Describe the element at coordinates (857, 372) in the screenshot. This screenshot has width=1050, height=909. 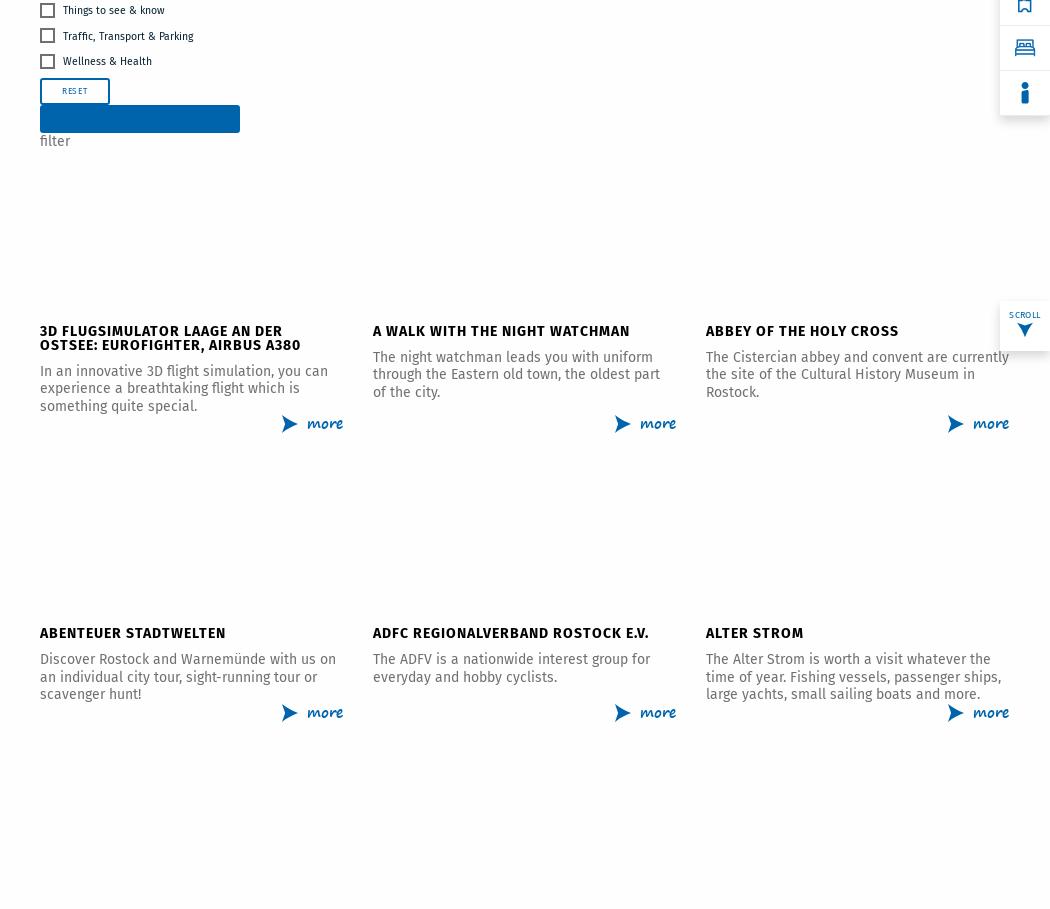
I see `'The Cistercian abbey and convent are currently the site of the Cultural History Museum in Rostock.'` at that location.